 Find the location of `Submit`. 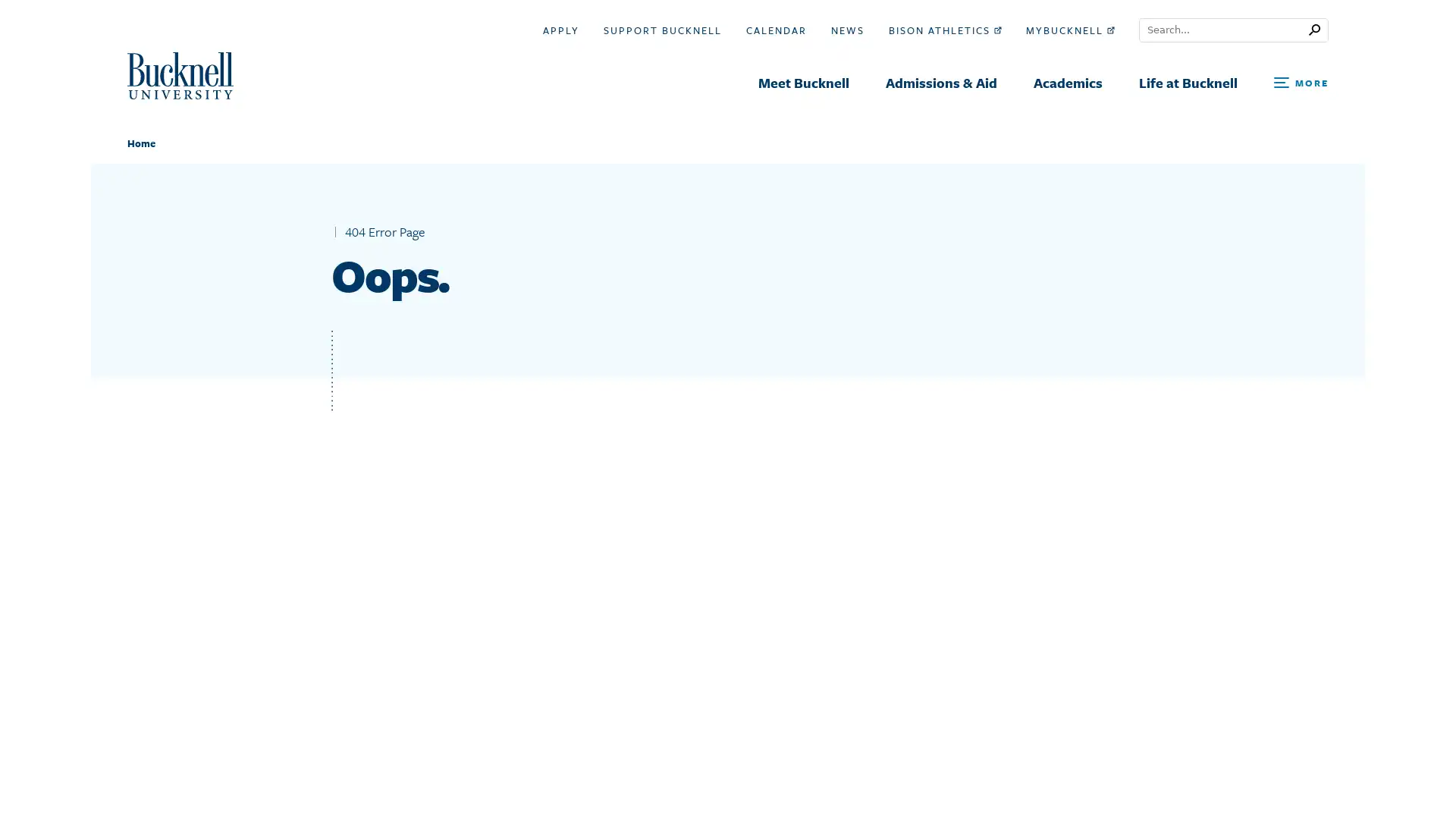

Submit is located at coordinates (1317, 30).